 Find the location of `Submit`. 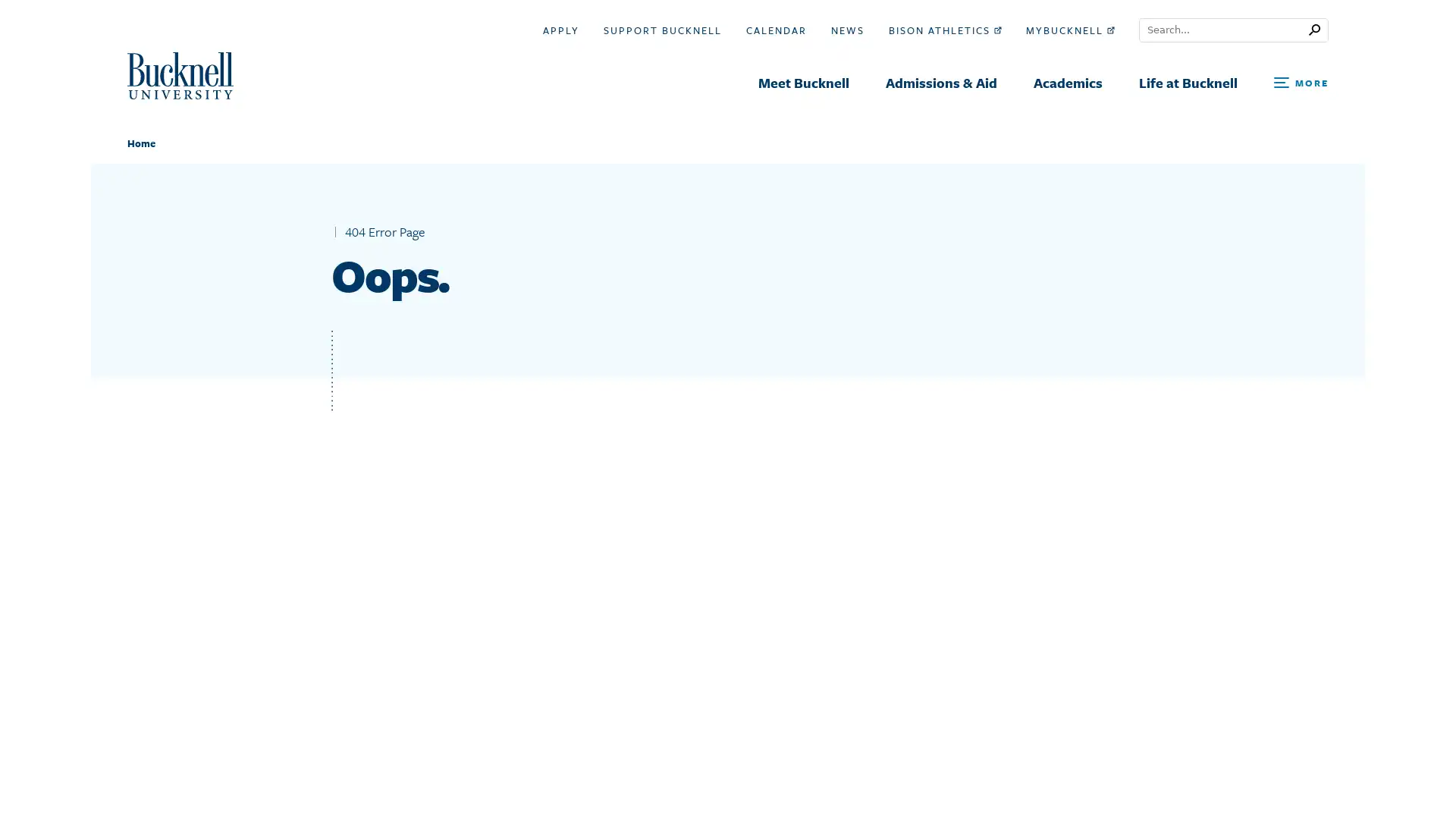

Submit is located at coordinates (1317, 30).